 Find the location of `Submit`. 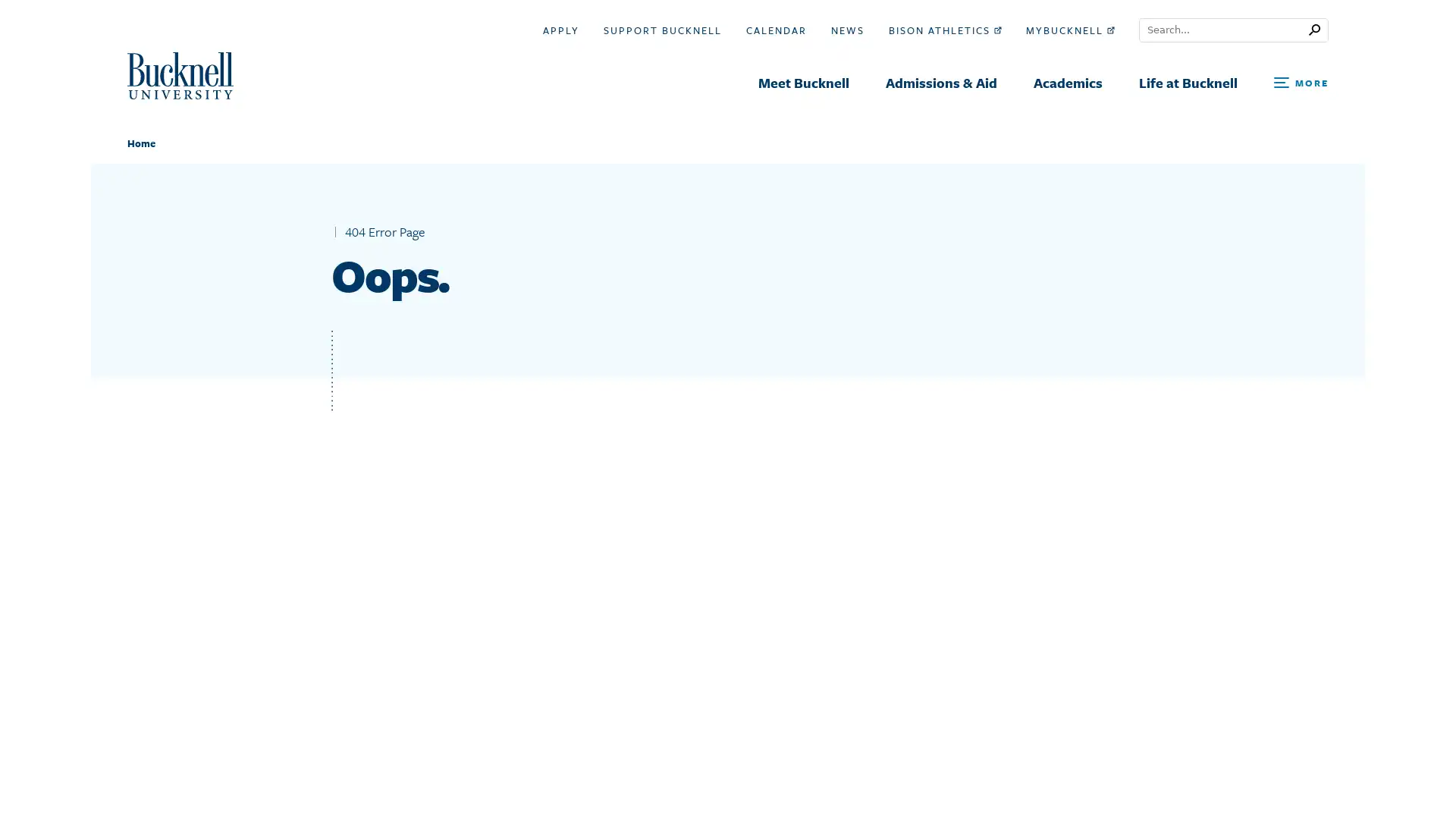

Submit is located at coordinates (1317, 30).